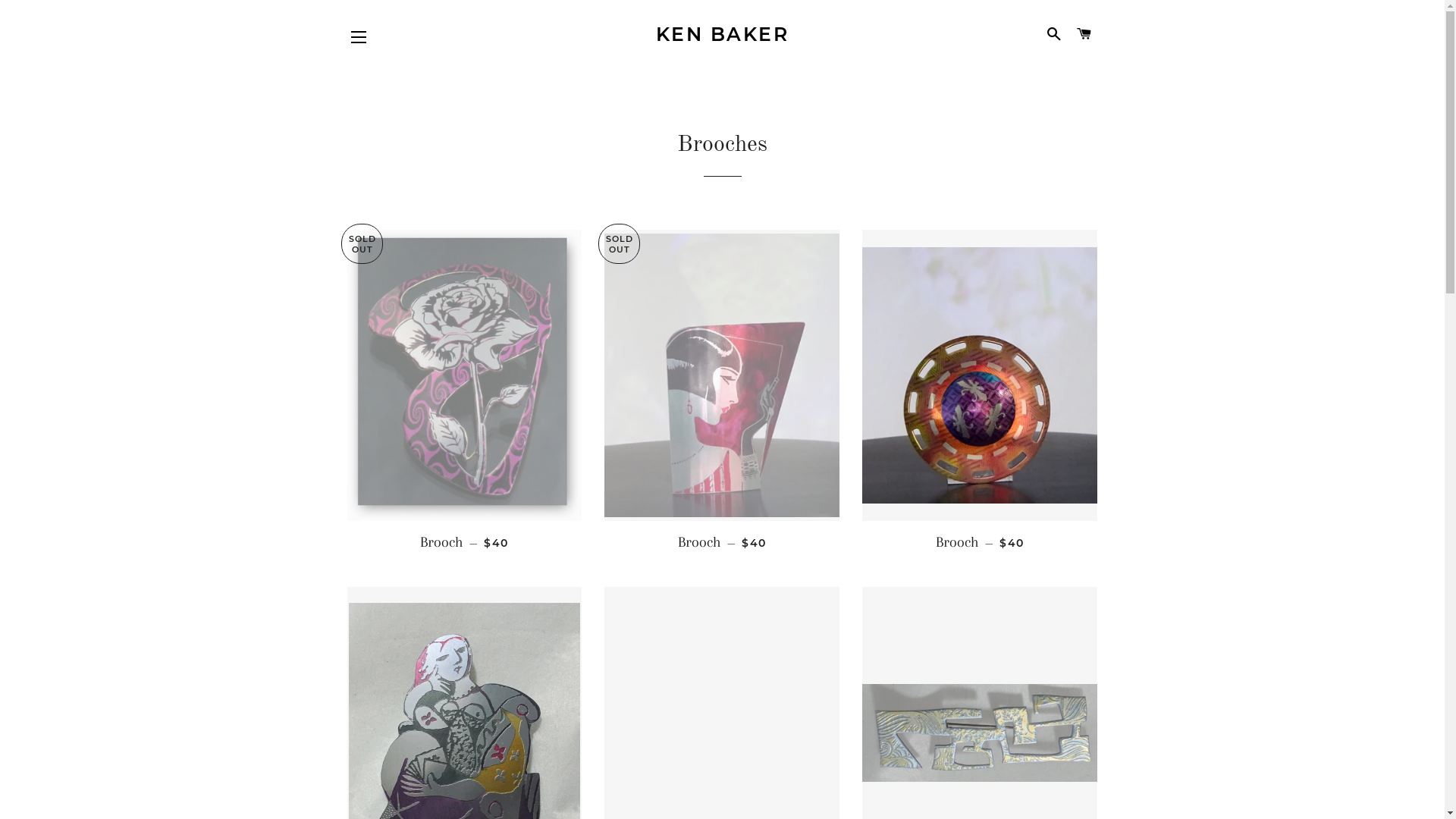  What do you see at coordinates (1083, 34) in the screenshot?
I see `'CART'` at bounding box center [1083, 34].